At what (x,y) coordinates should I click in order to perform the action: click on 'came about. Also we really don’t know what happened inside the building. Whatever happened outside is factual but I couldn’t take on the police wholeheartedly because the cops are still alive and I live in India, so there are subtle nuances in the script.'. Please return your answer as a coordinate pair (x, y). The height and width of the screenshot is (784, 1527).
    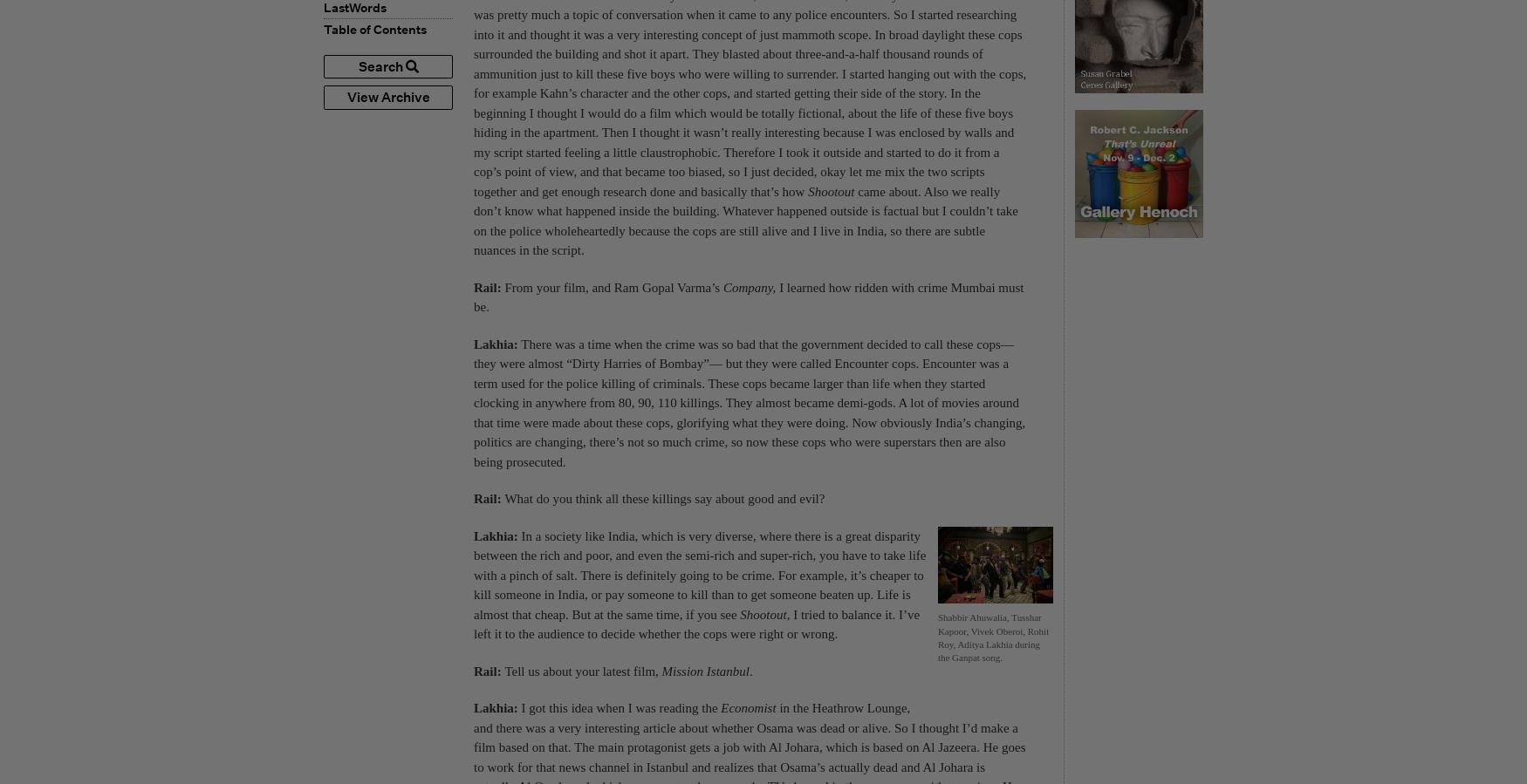
    Looking at the image, I should click on (473, 220).